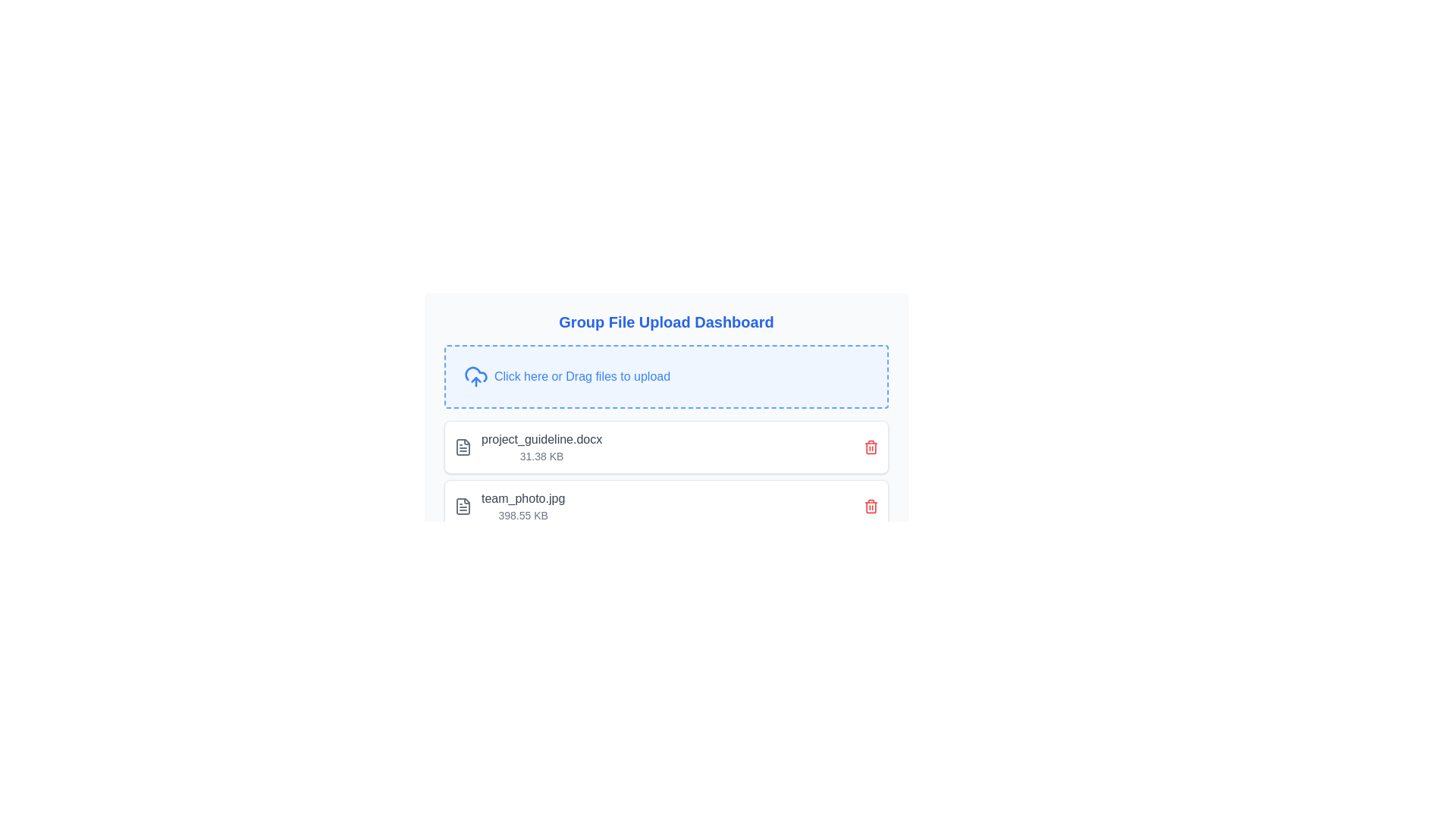 This screenshot has width=1456, height=819. I want to click on the file icon located to the left of the file name 'team_photo.jpg' and size '398.55 KB' in the file listing, so click(462, 506).